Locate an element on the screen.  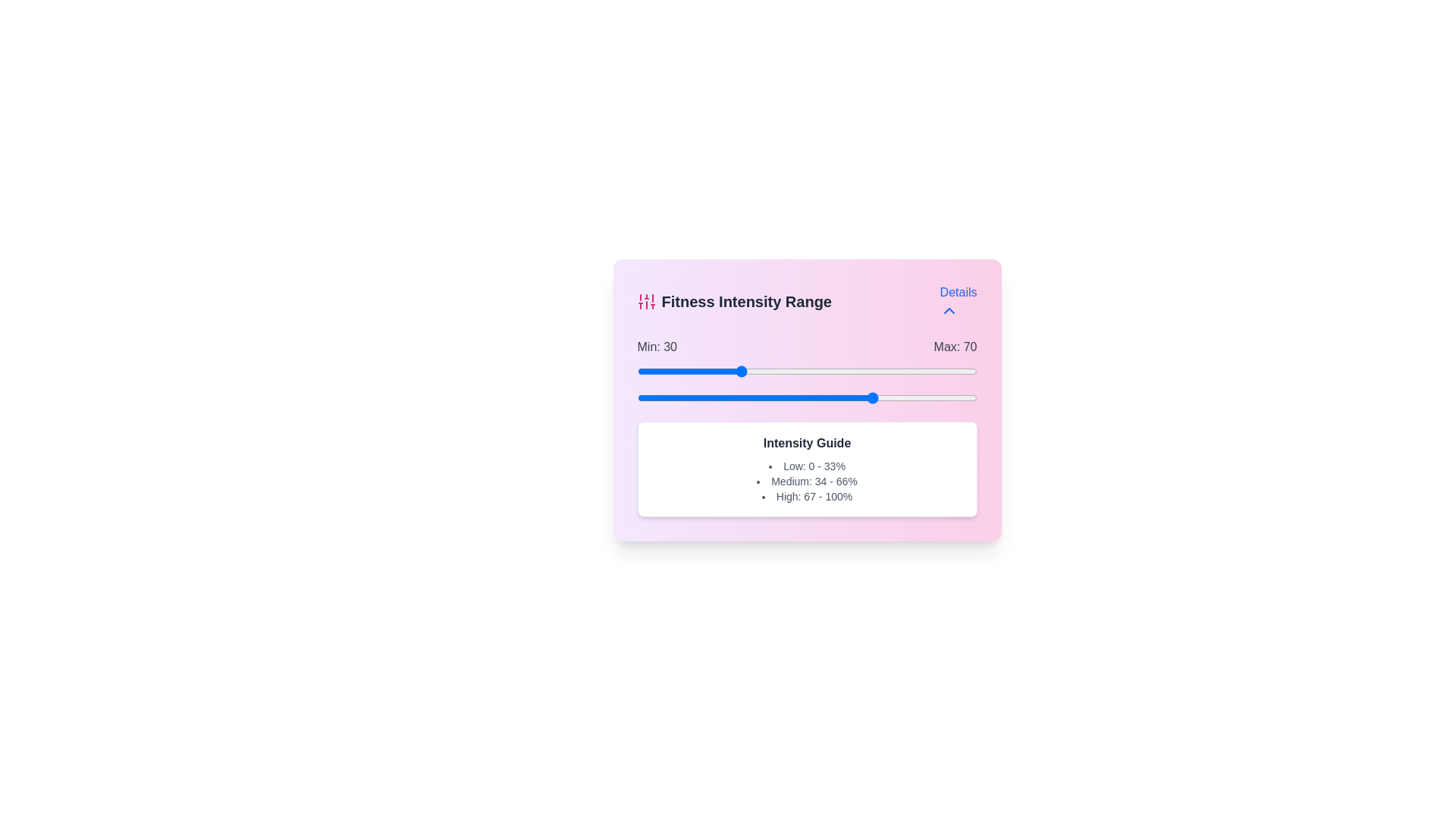
the maximum intensity range slider to 51 percent is located at coordinates (810, 397).